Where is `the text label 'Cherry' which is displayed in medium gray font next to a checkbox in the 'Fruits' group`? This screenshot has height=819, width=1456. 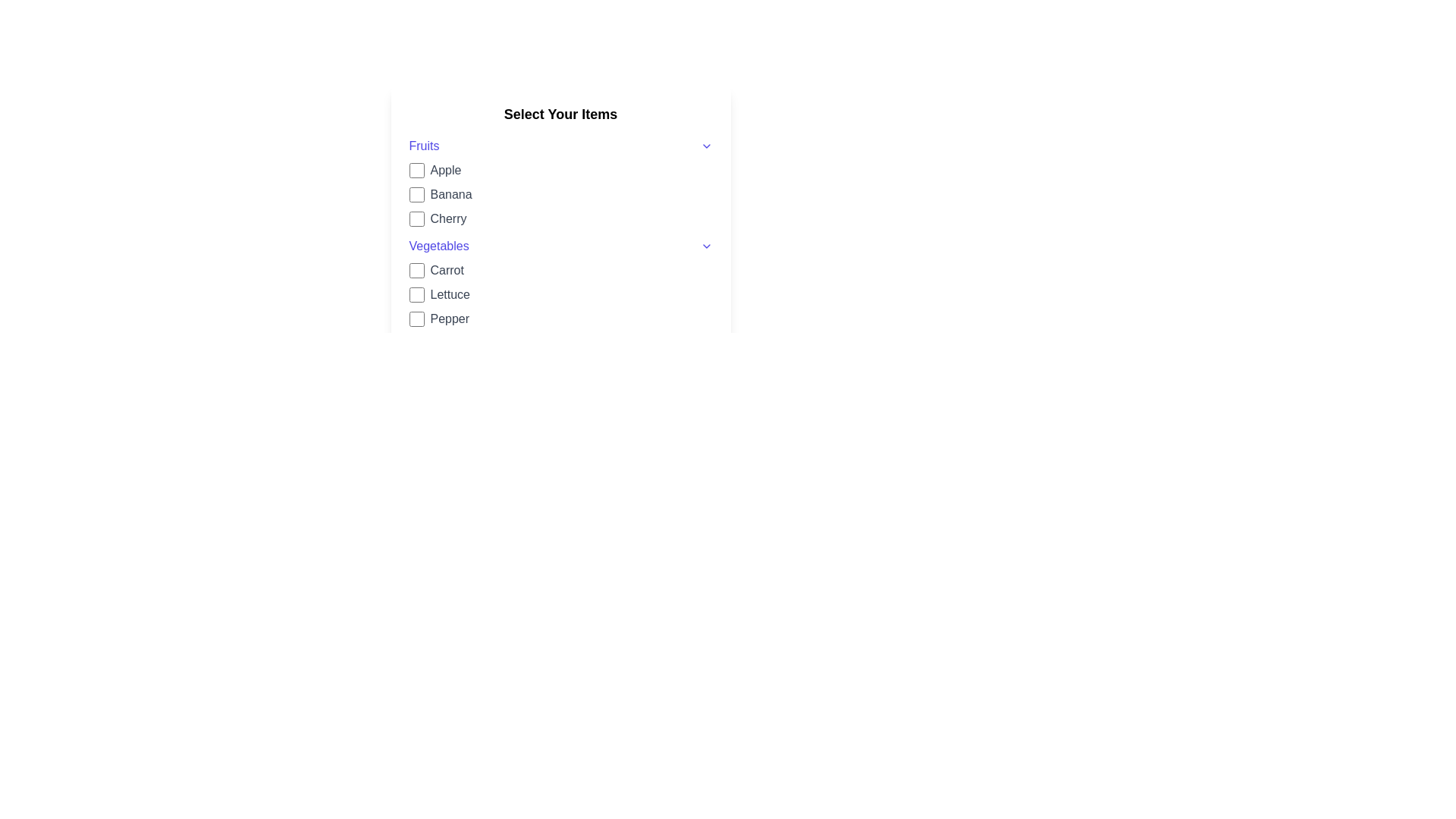 the text label 'Cherry' which is displayed in medium gray font next to a checkbox in the 'Fruits' group is located at coordinates (447, 219).